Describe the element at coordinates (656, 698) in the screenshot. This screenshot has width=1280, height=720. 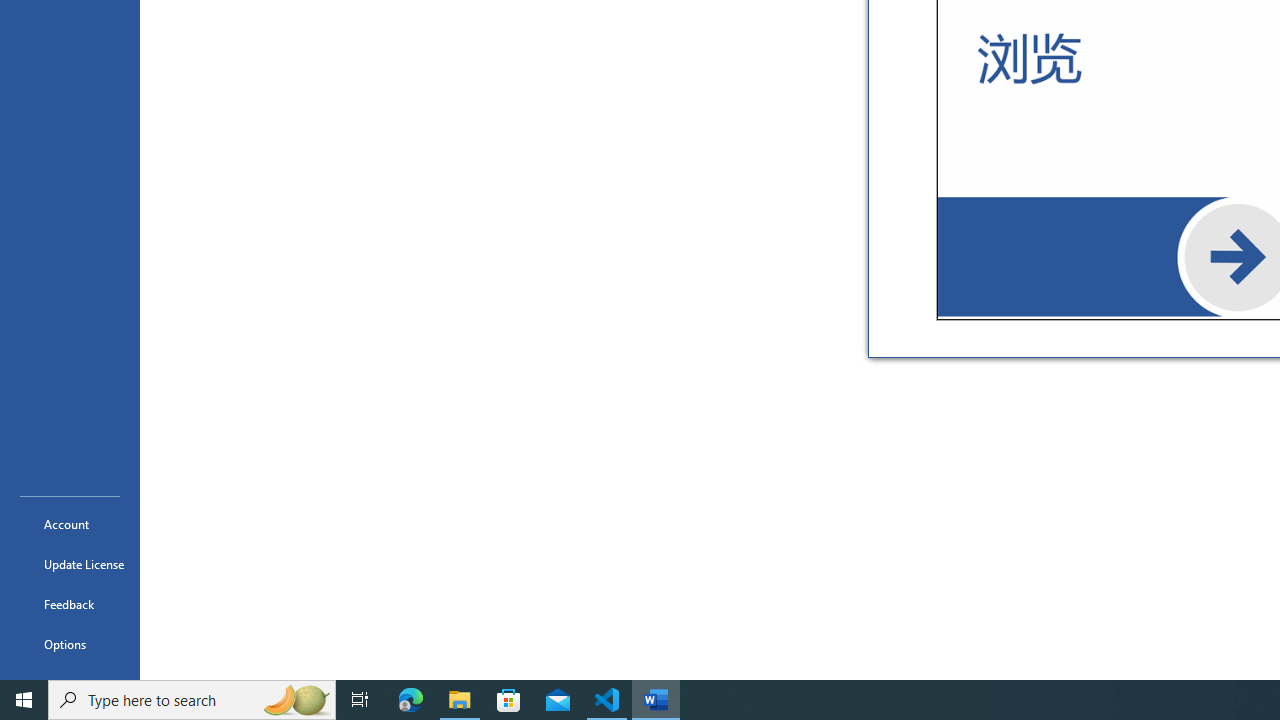
I see `'Word - 1 running window'` at that location.